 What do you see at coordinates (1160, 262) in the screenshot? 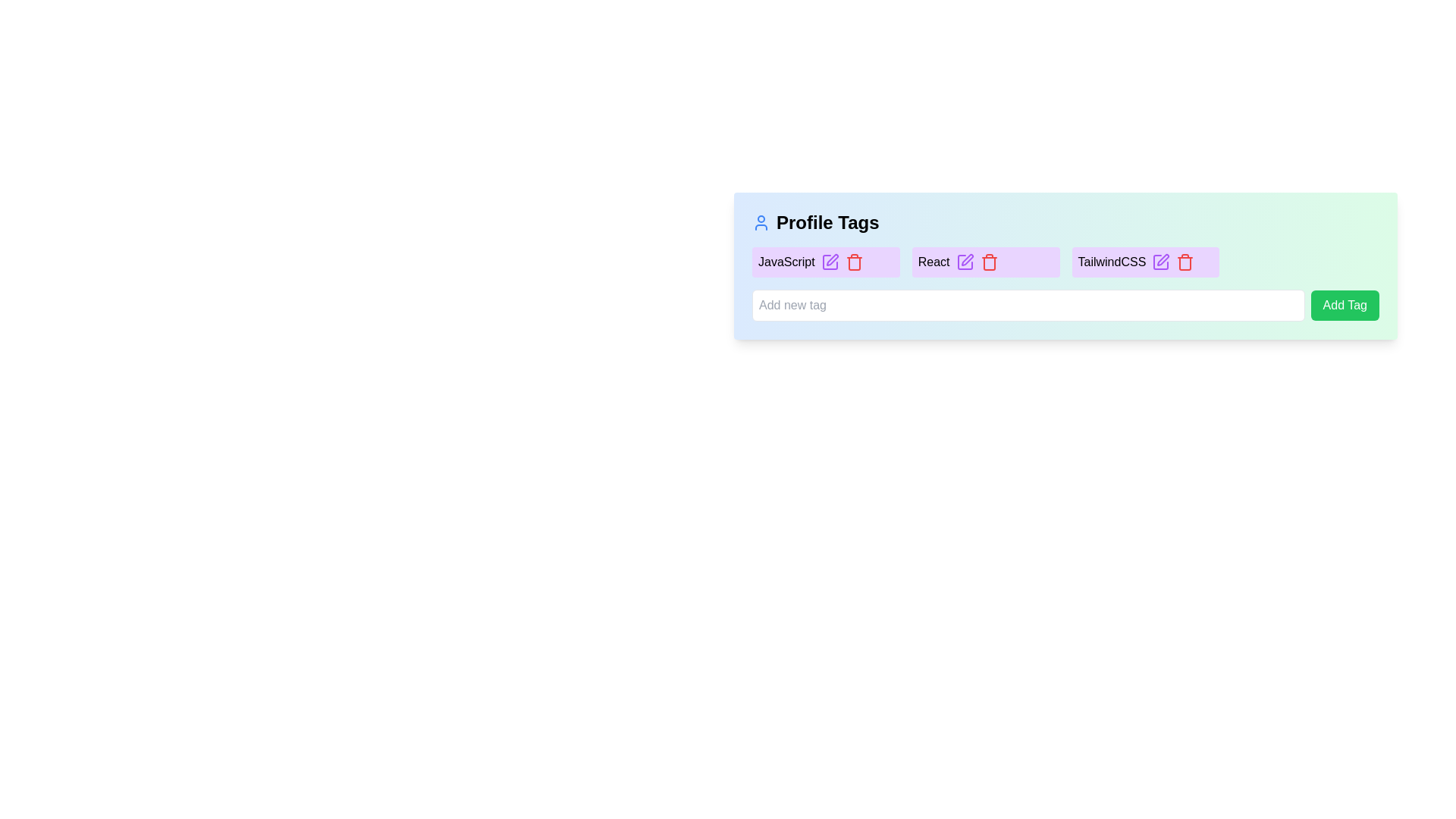
I see `the edit icon button associated with the 'TailwindCSS' tag, which is located in a horizontal list of icons to the left of the delete icon` at bounding box center [1160, 262].